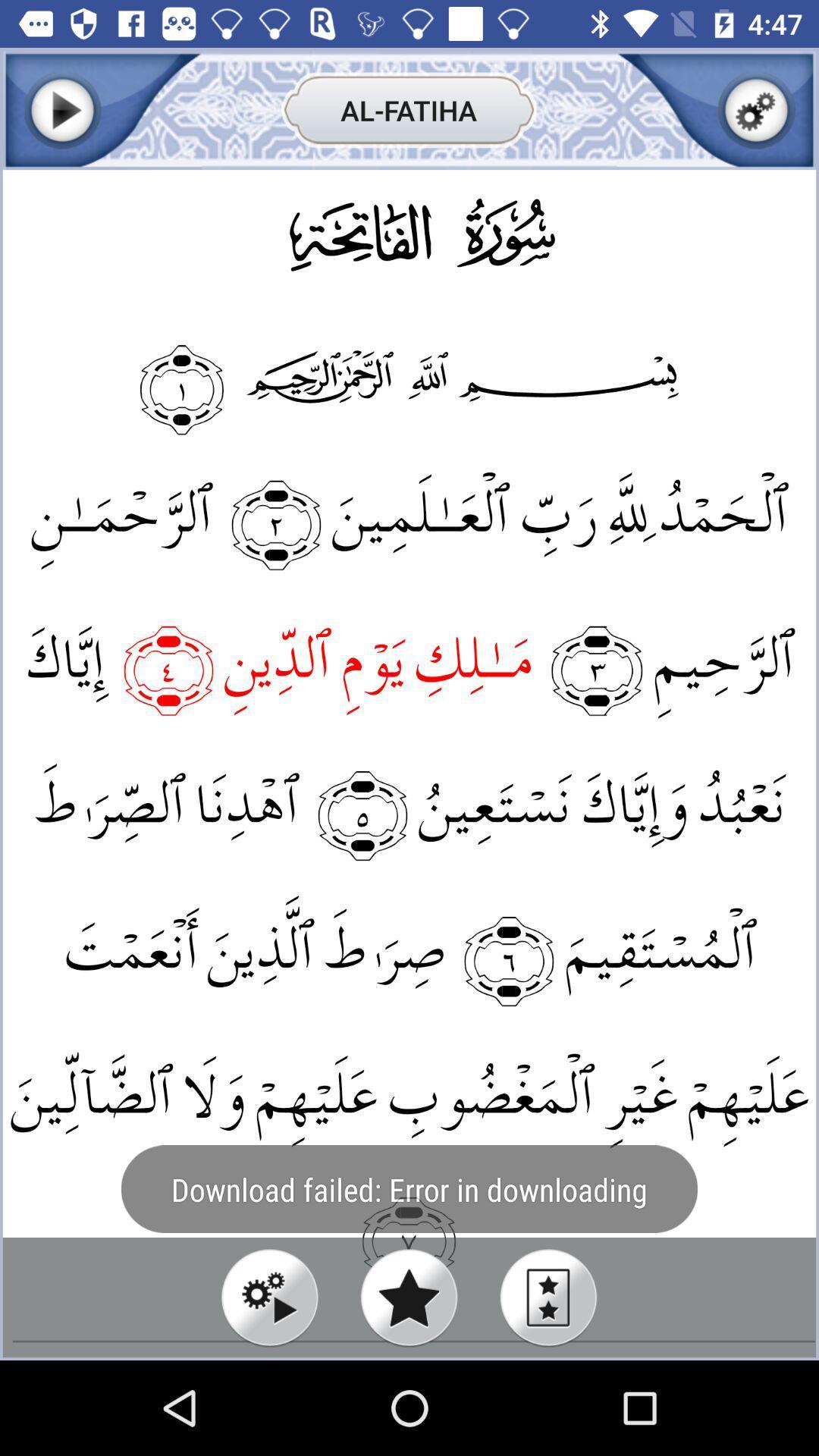 The image size is (819, 1456). I want to click on next, so click(61, 109).